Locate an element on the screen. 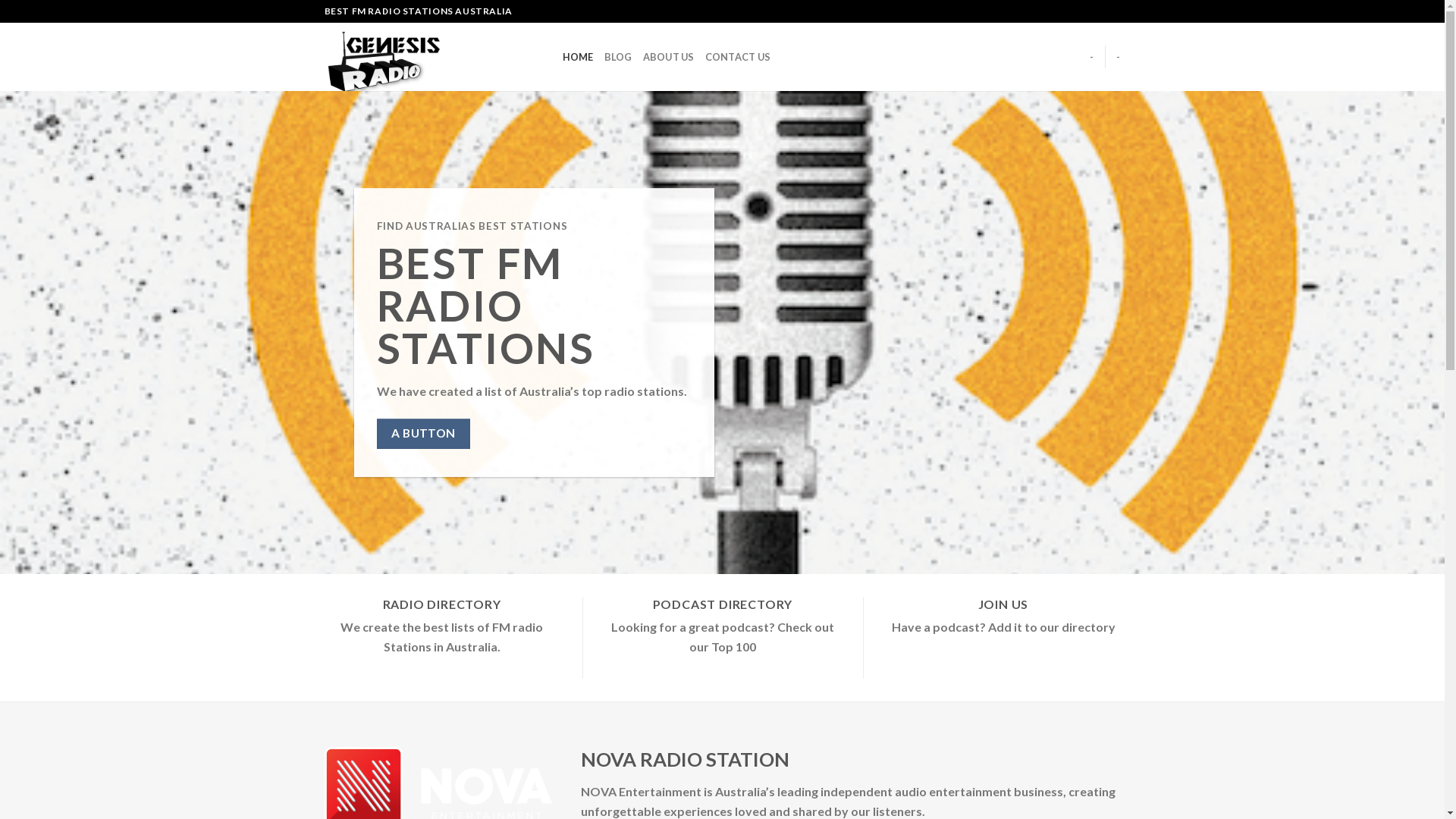 This screenshot has height=819, width=1456. 'CONTACT US' is located at coordinates (738, 55).